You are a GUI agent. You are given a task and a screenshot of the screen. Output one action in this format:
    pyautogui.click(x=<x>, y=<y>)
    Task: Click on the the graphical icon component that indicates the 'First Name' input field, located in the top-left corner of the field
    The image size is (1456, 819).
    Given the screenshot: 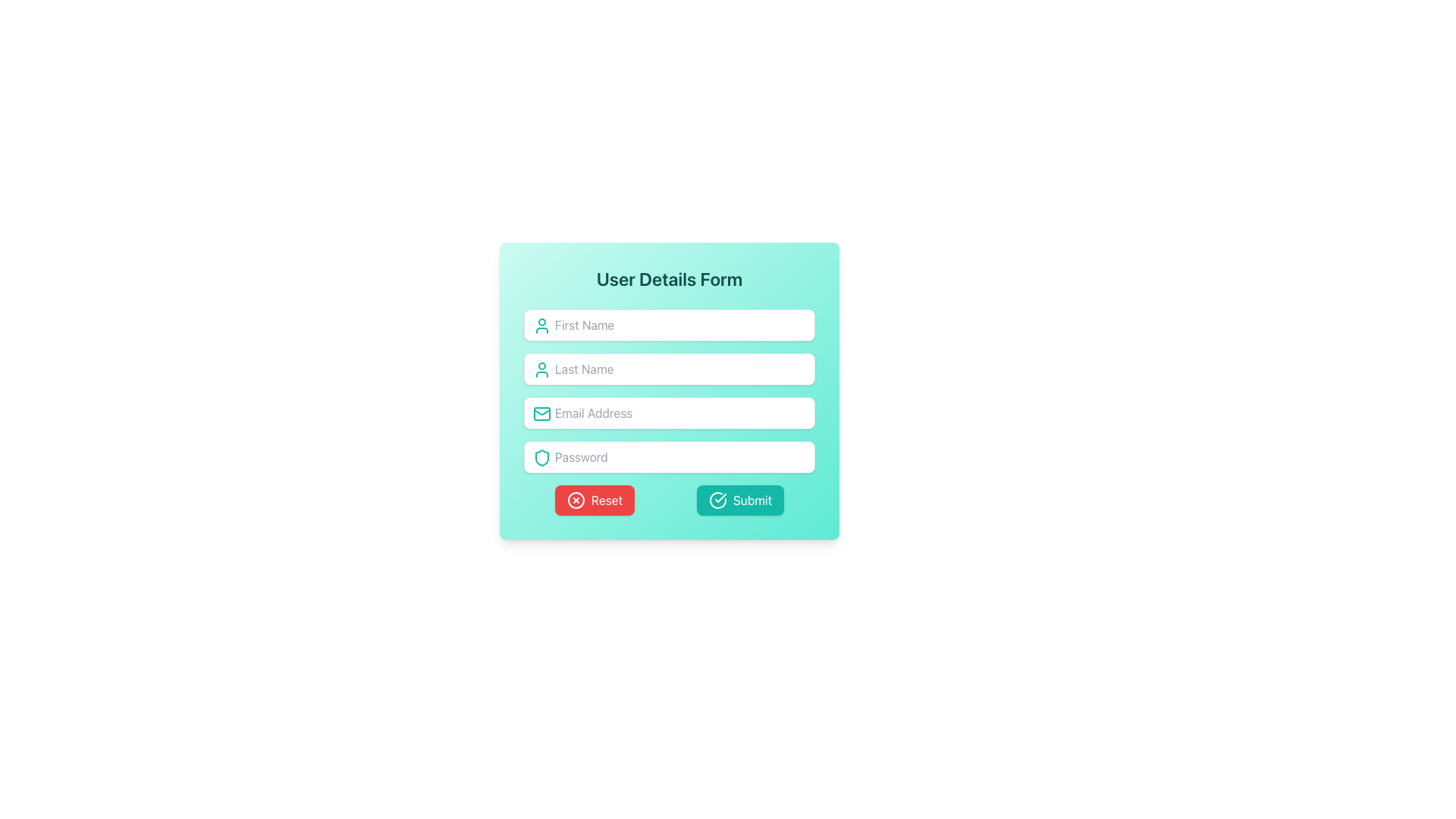 What is the action you would take?
    pyautogui.click(x=542, y=325)
    